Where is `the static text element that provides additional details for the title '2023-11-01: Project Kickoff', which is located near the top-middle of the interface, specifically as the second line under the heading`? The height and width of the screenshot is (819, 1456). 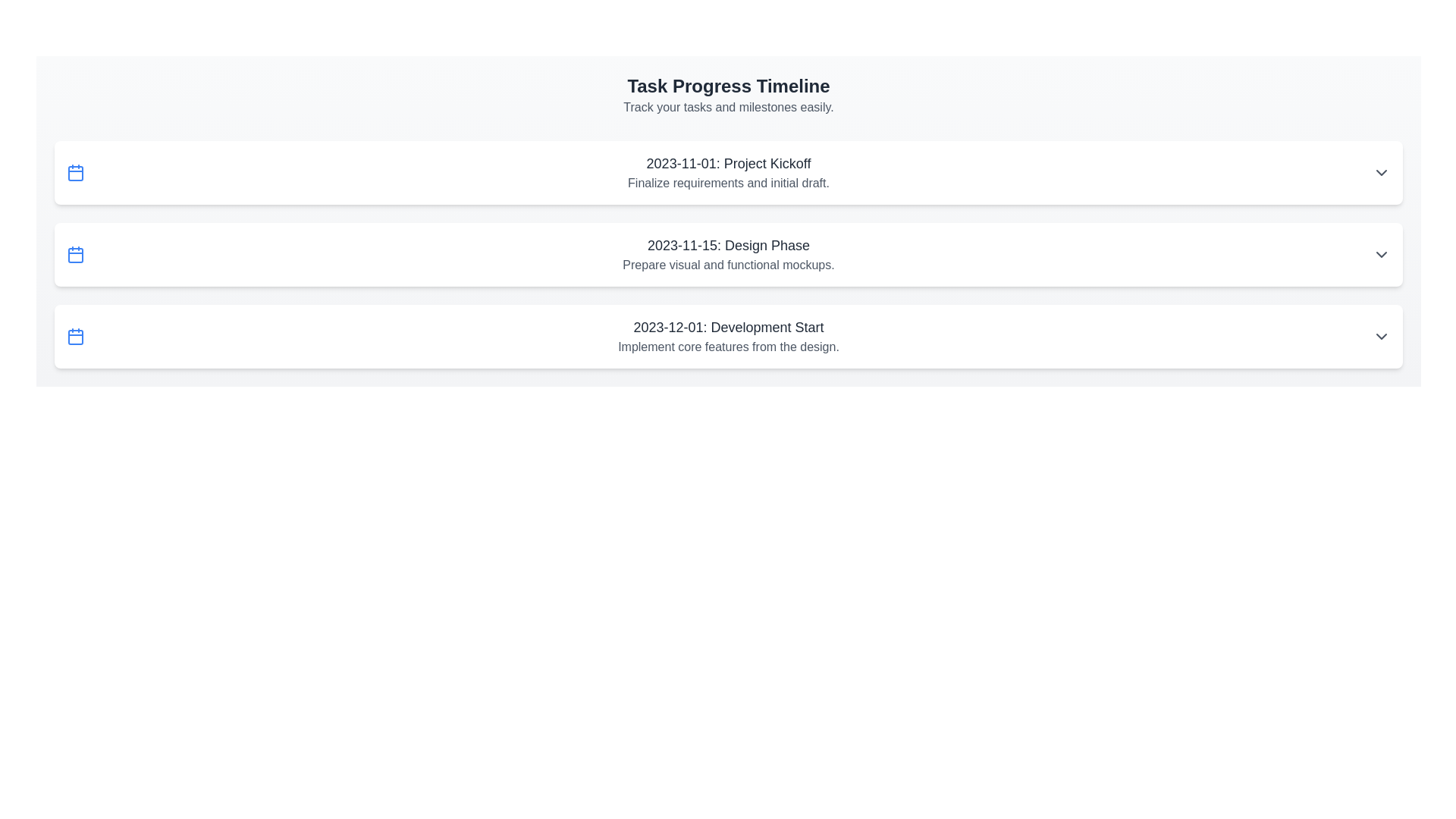 the static text element that provides additional details for the title '2023-11-01: Project Kickoff', which is located near the top-middle of the interface, specifically as the second line under the heading is located at coordinates (728, 183).